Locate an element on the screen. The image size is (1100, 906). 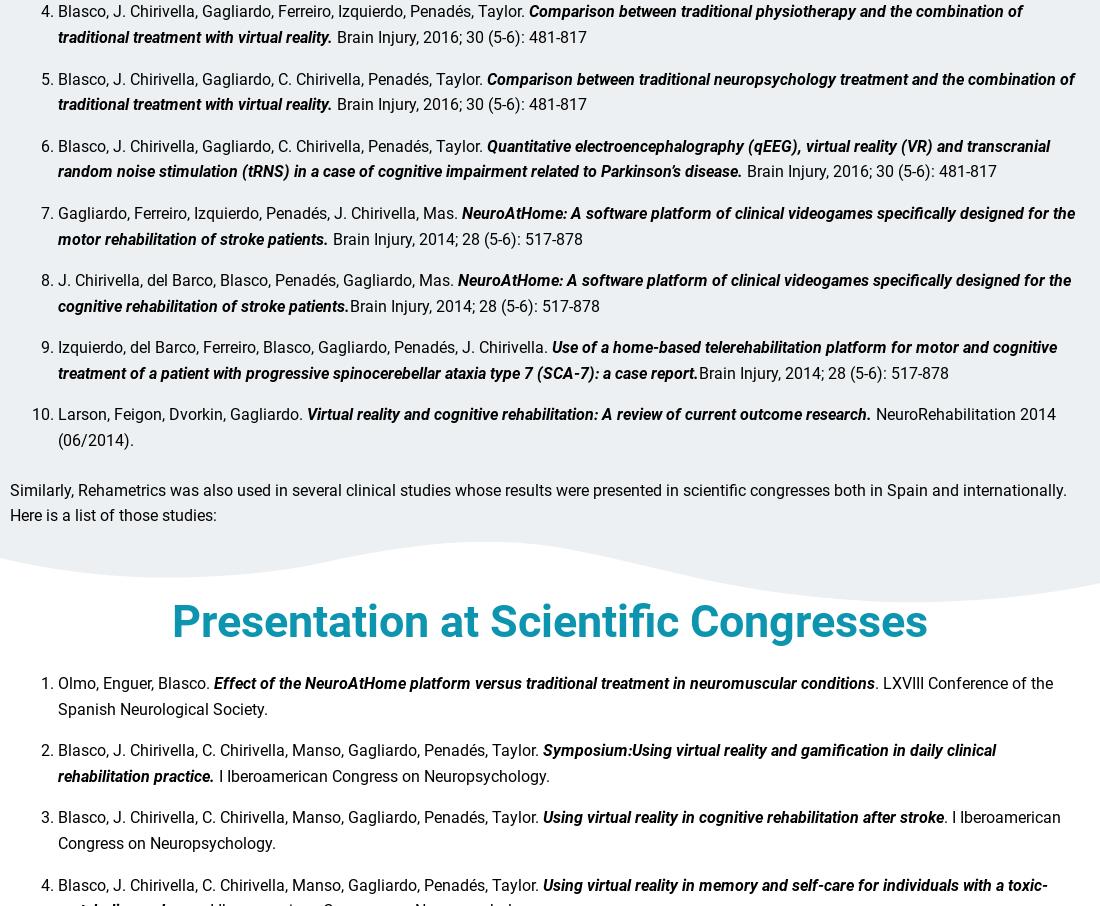
'Comparison between traditional neuropsychology treatment and the combination of traditional treatment with virtual reality.' is located at coordinates (565, 99).